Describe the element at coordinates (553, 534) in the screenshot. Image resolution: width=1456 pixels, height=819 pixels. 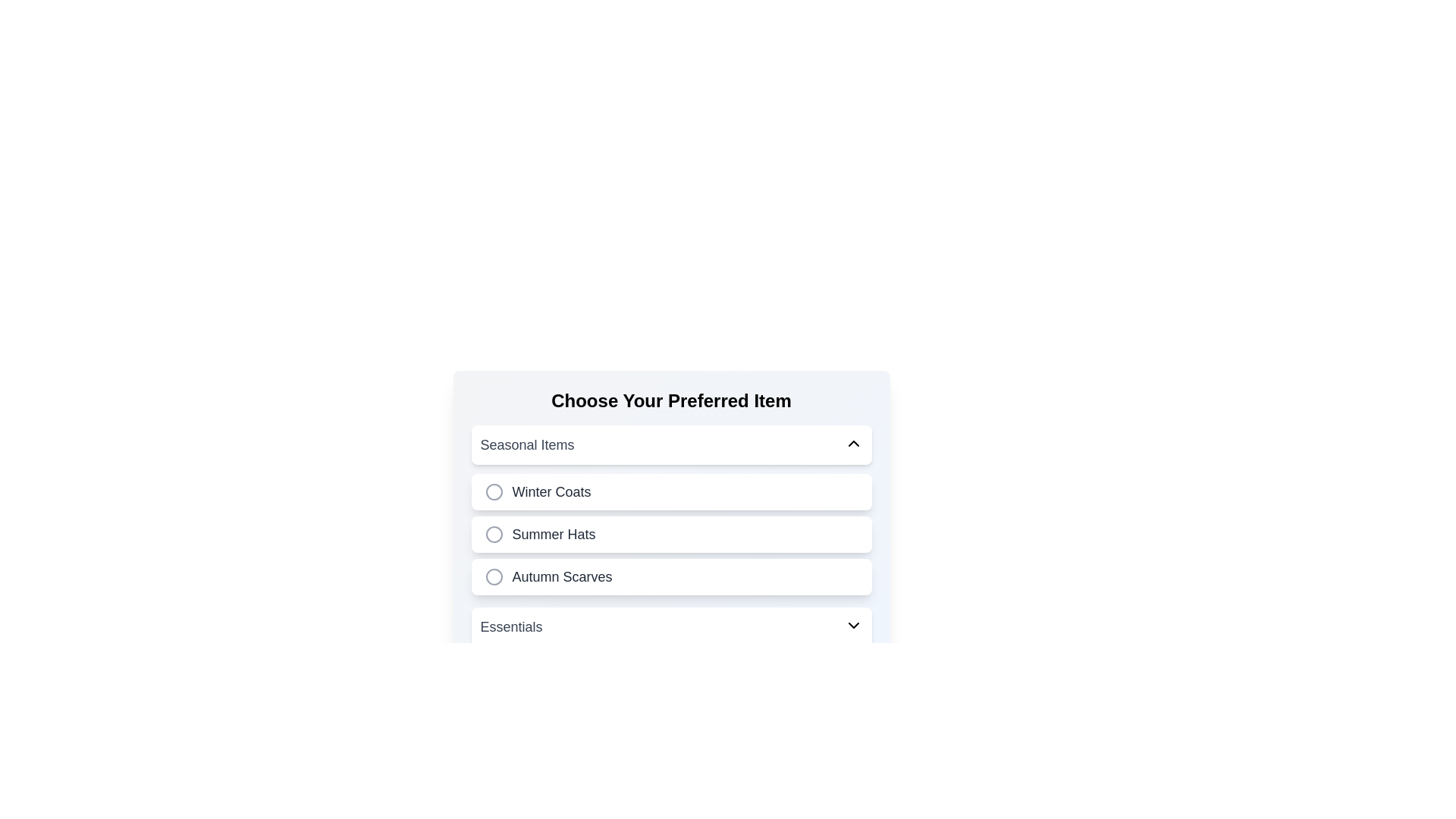
I see `the 'Summer Hats' text label, which serves as a label for a radio button option allowing users to select it from a list of preferences` at that location.